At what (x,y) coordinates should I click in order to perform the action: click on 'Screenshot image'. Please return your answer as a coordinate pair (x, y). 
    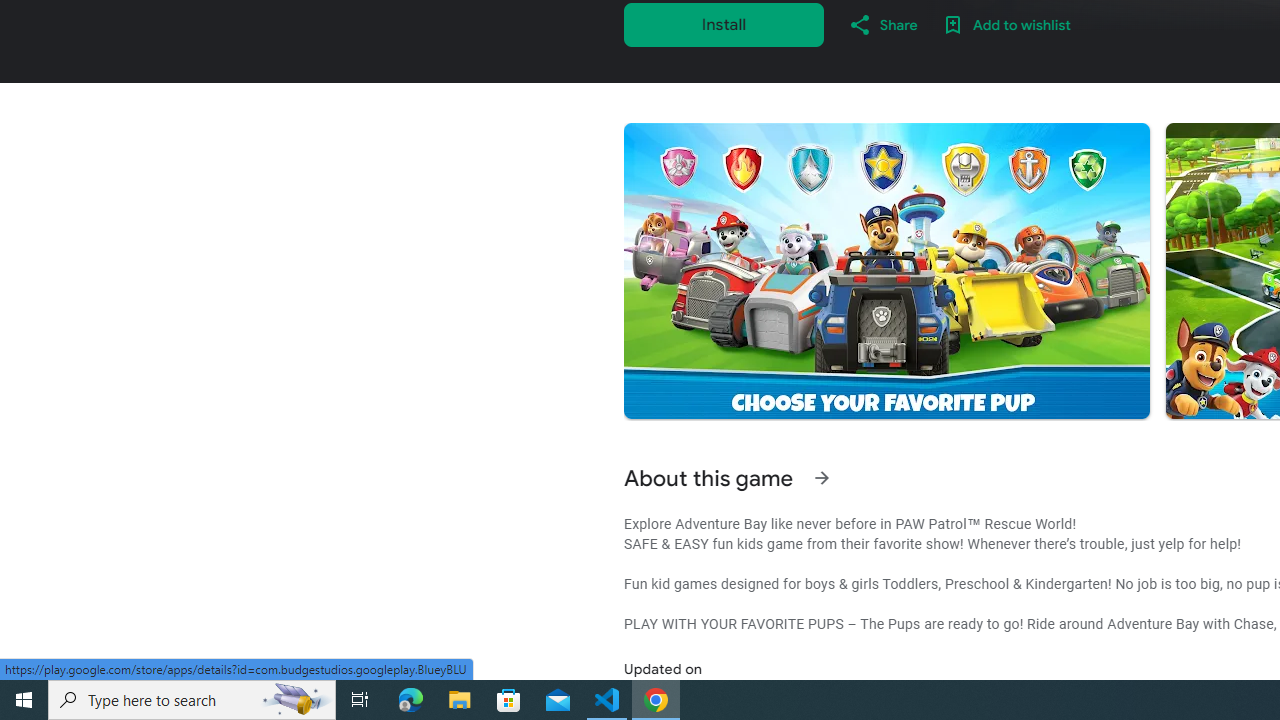
    Looking at the image, I should click on (885, 271).